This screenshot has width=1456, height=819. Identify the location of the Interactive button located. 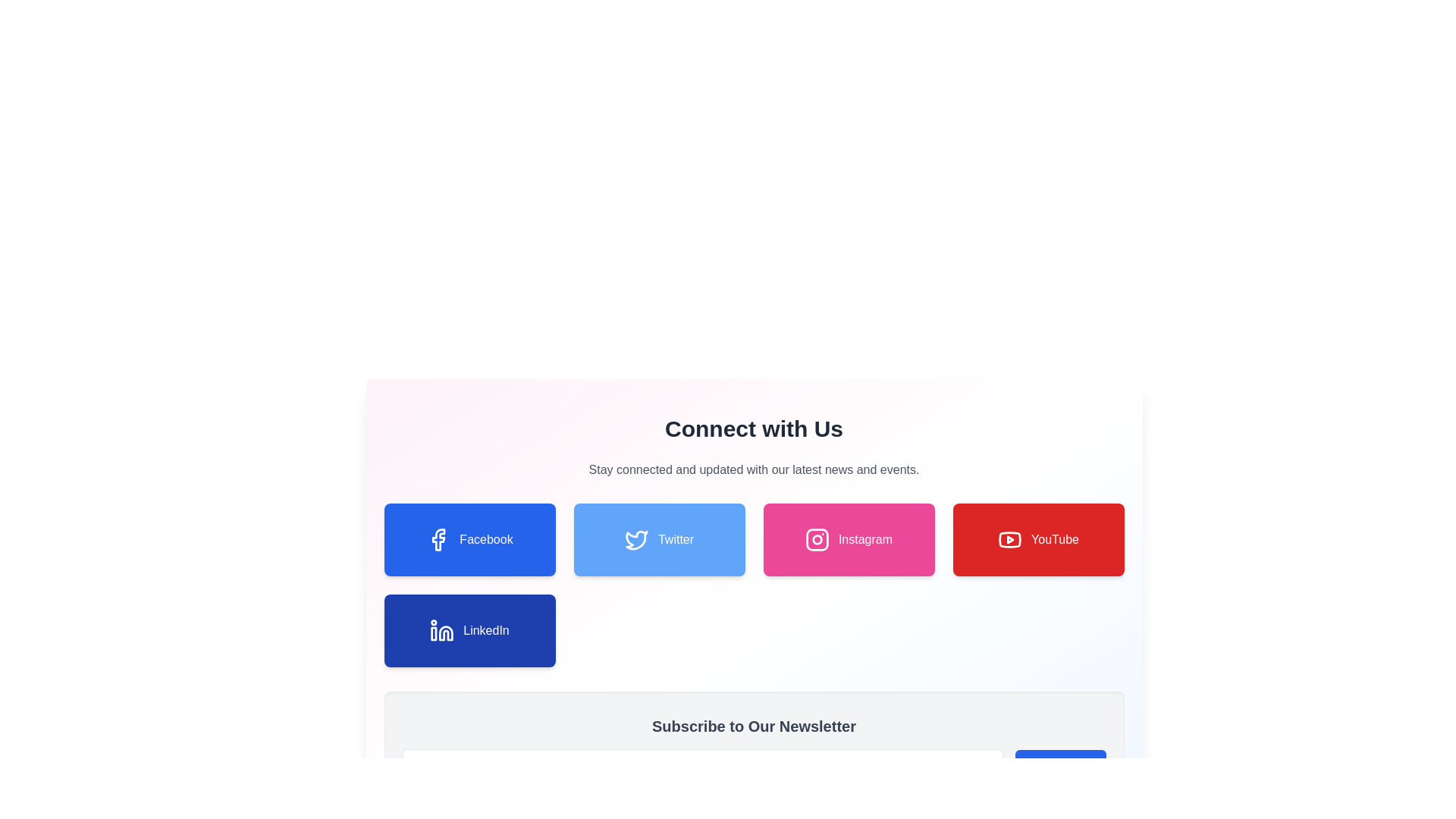
(469, 631).